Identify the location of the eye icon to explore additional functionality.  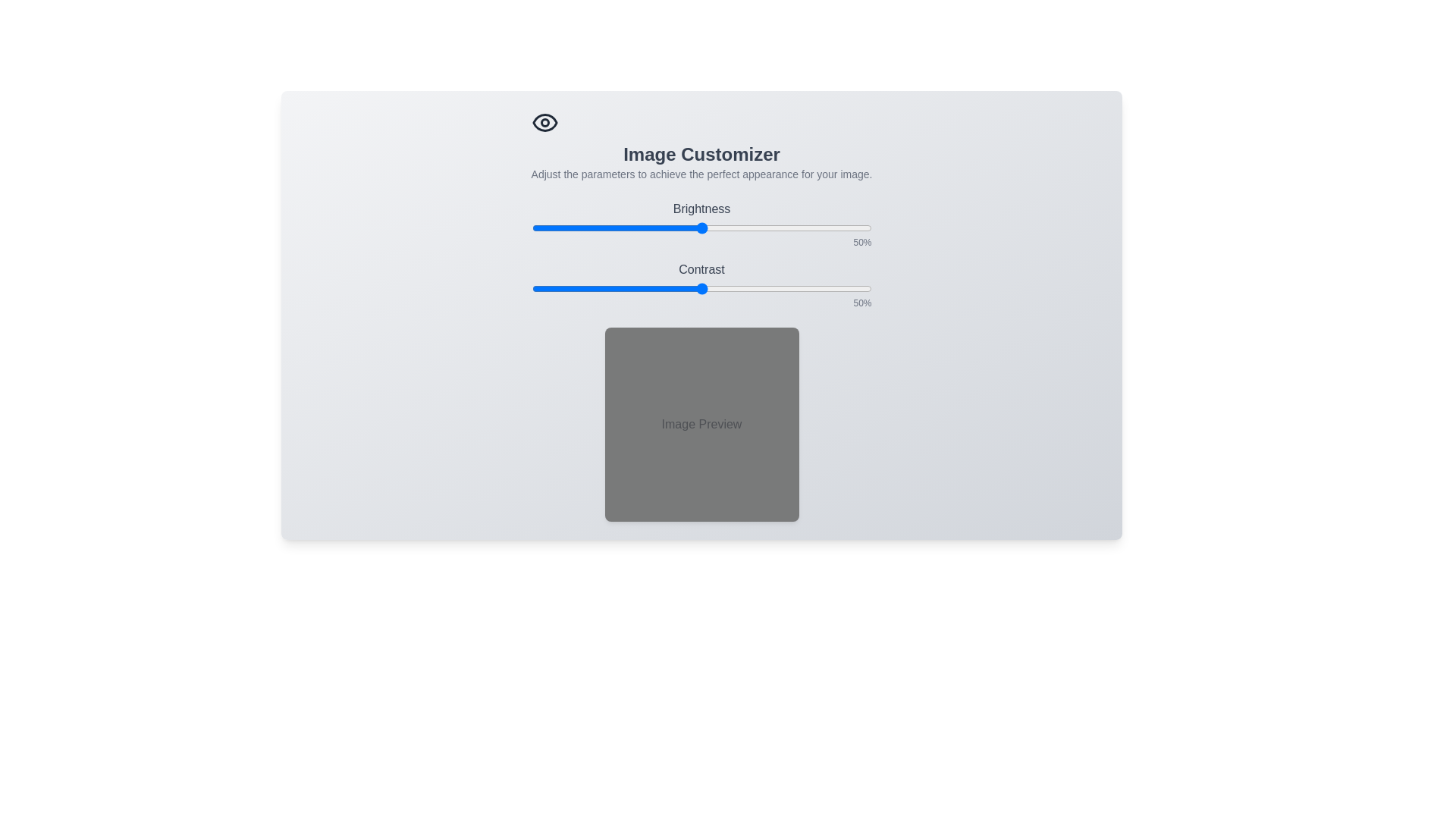
(544, 122).